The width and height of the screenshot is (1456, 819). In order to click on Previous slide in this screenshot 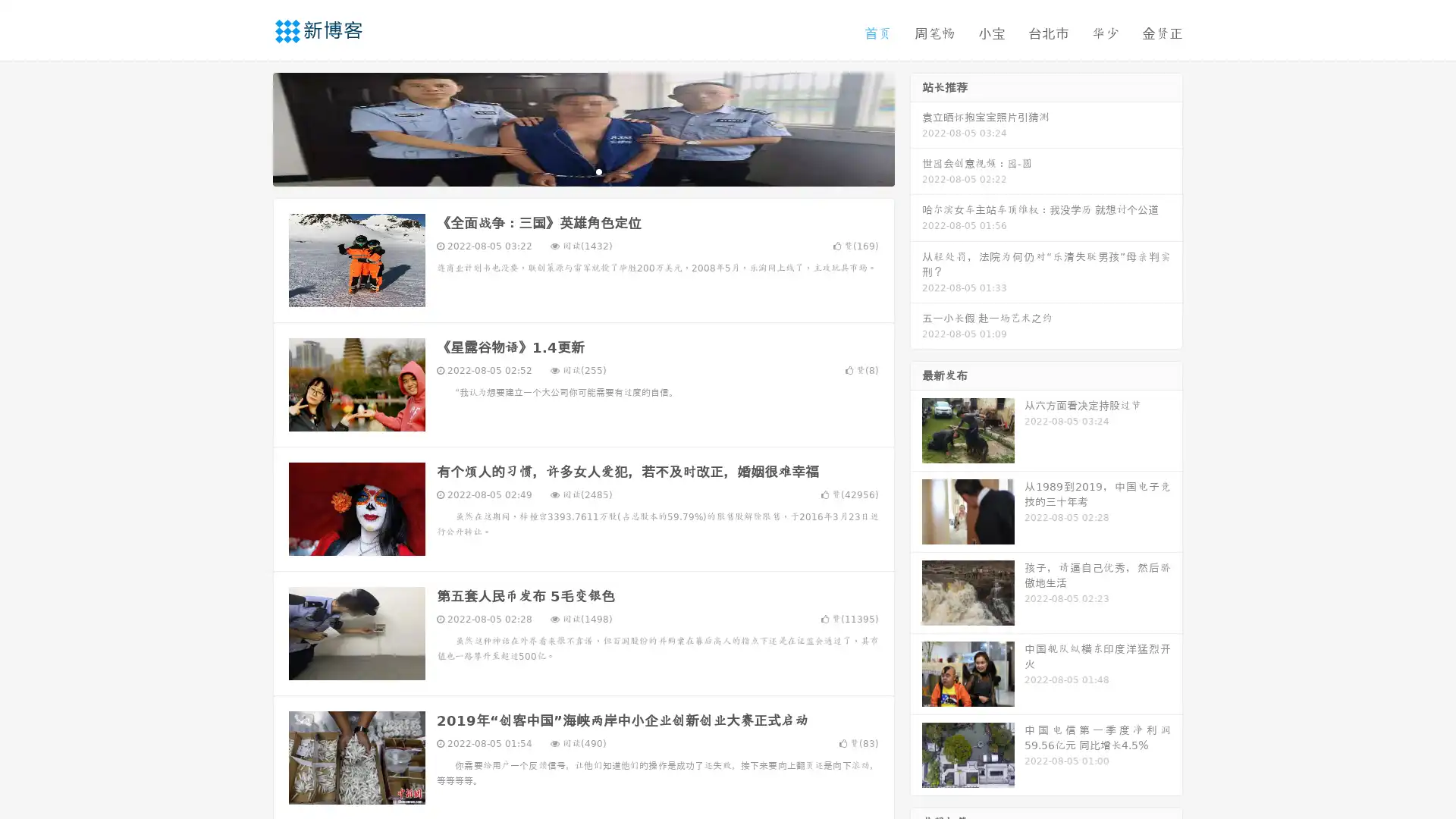, I will do `click(250, 127)`.